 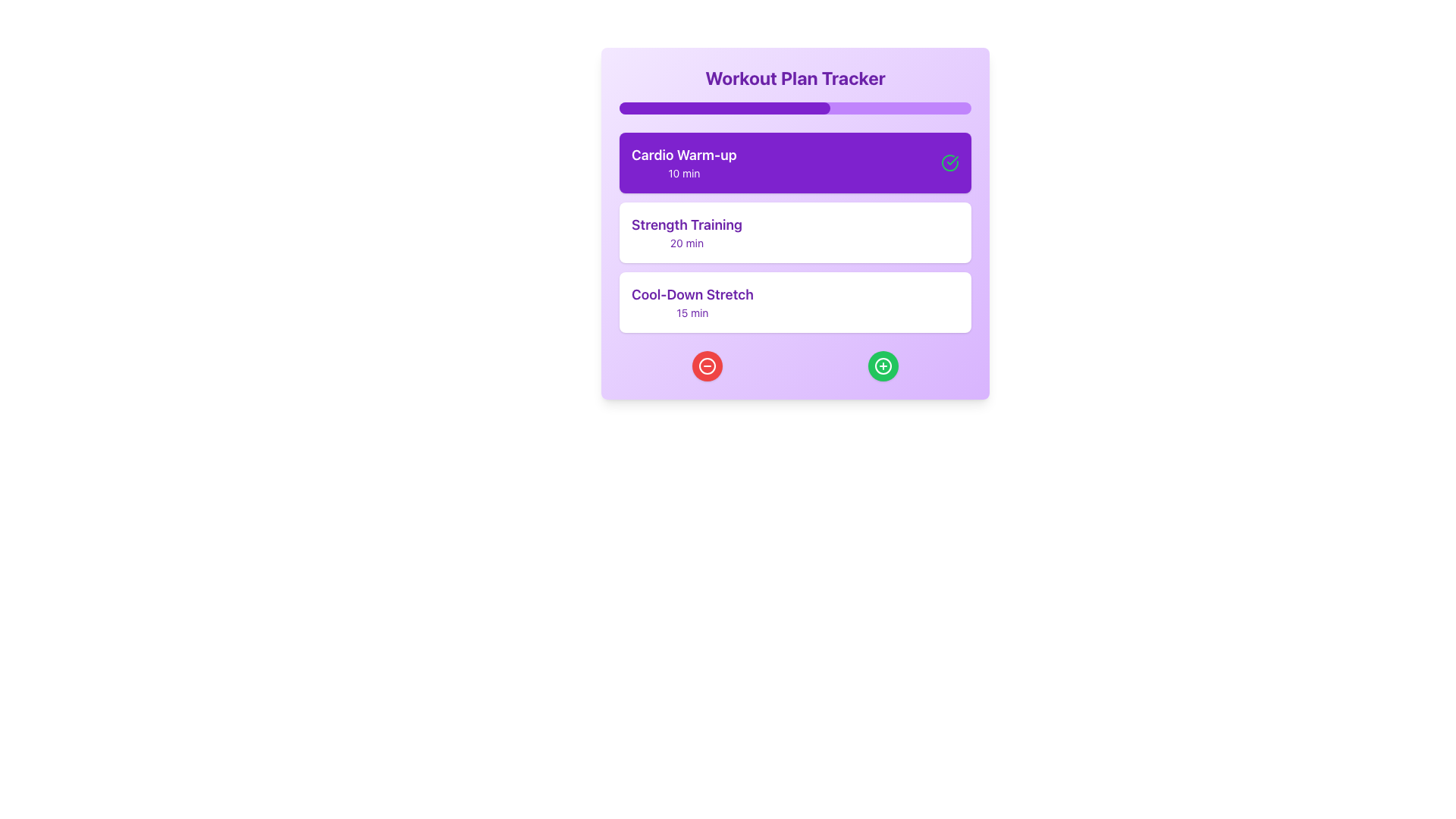 I want to click on the 'Cardio Warm-up' text label, which is styled in bold white font against a purple background, located at the top of the workout activities list, so click(x=683, y=155).